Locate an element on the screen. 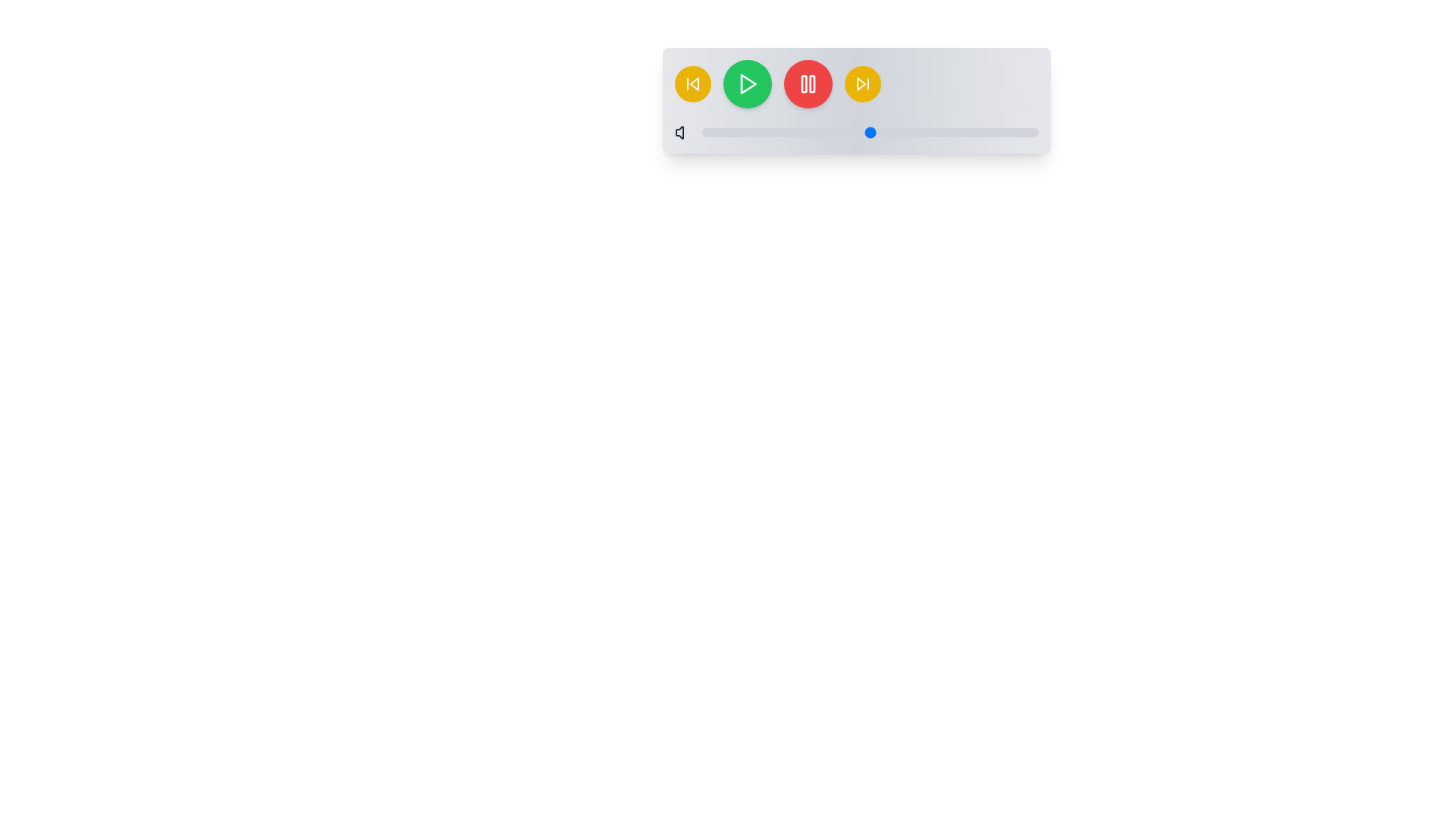  the slider position is located at coordinates (818, 131).